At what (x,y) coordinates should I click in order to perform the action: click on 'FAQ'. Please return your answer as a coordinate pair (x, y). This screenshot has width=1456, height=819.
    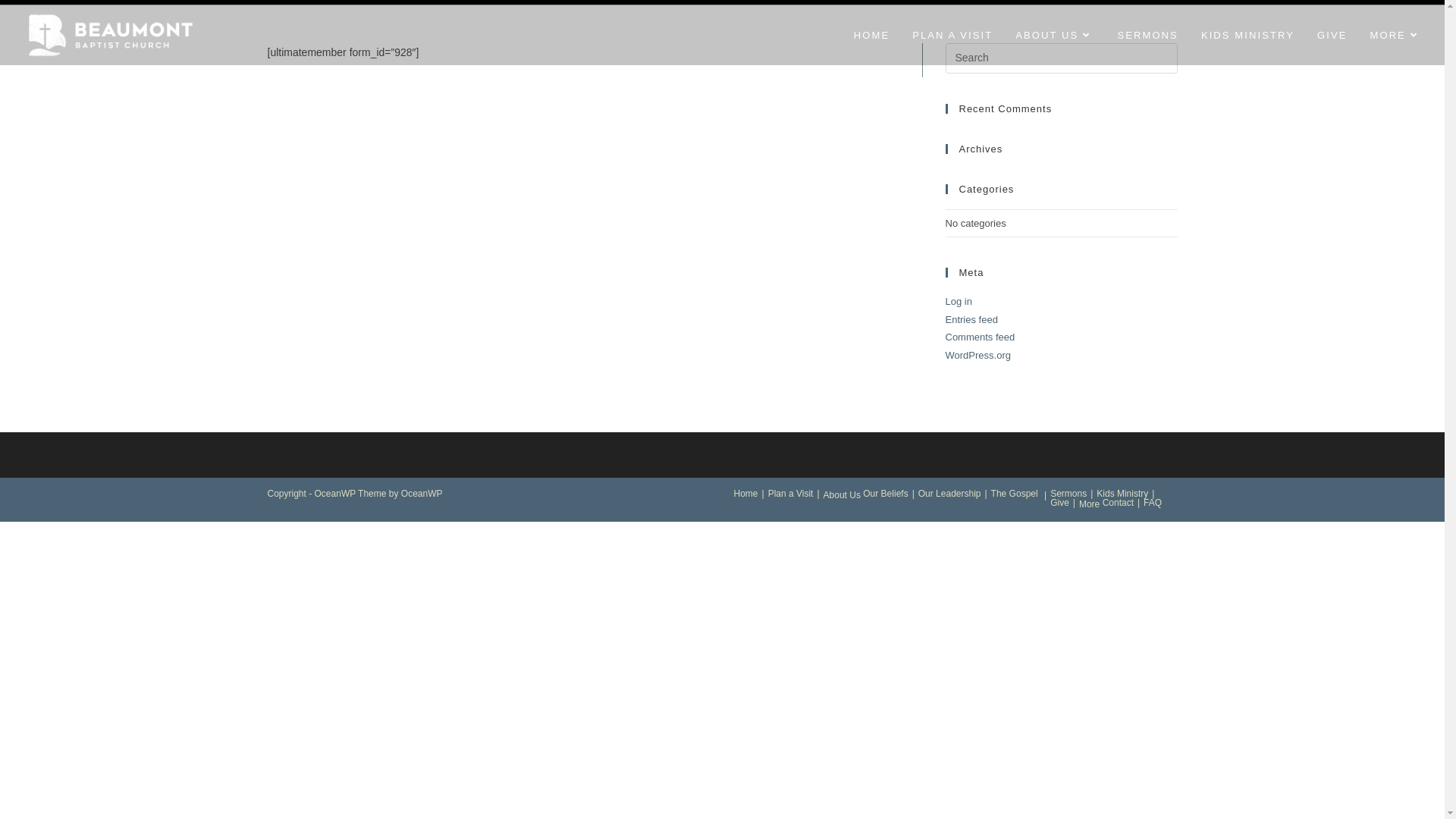
    Looking at the image, I should click on (1153, 503).